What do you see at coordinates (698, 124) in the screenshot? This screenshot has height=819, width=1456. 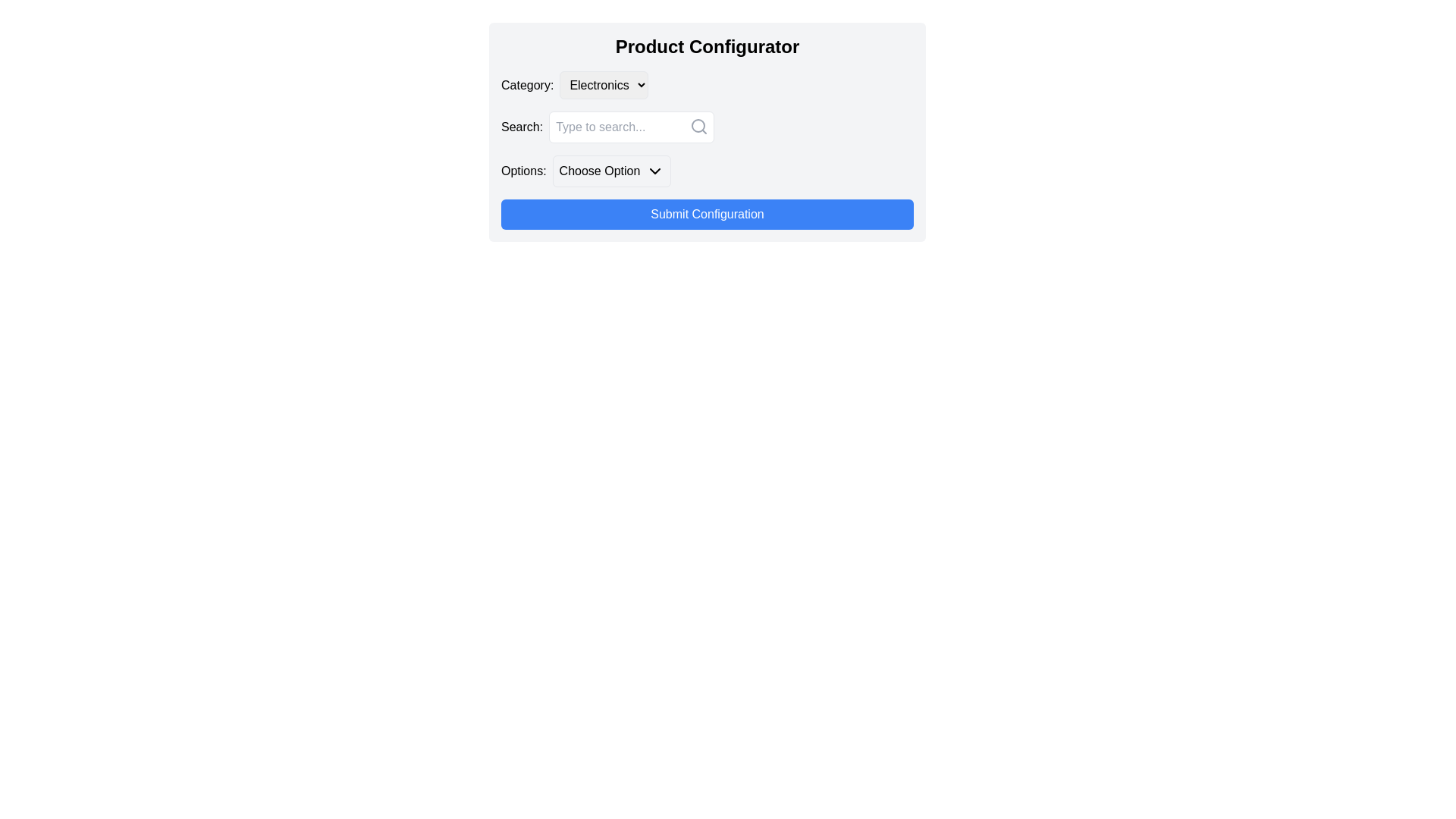 I see `the circular SVG component of the search icon located in the top-right corner of the 'Search:' input field` at bounding box center [698, 124].